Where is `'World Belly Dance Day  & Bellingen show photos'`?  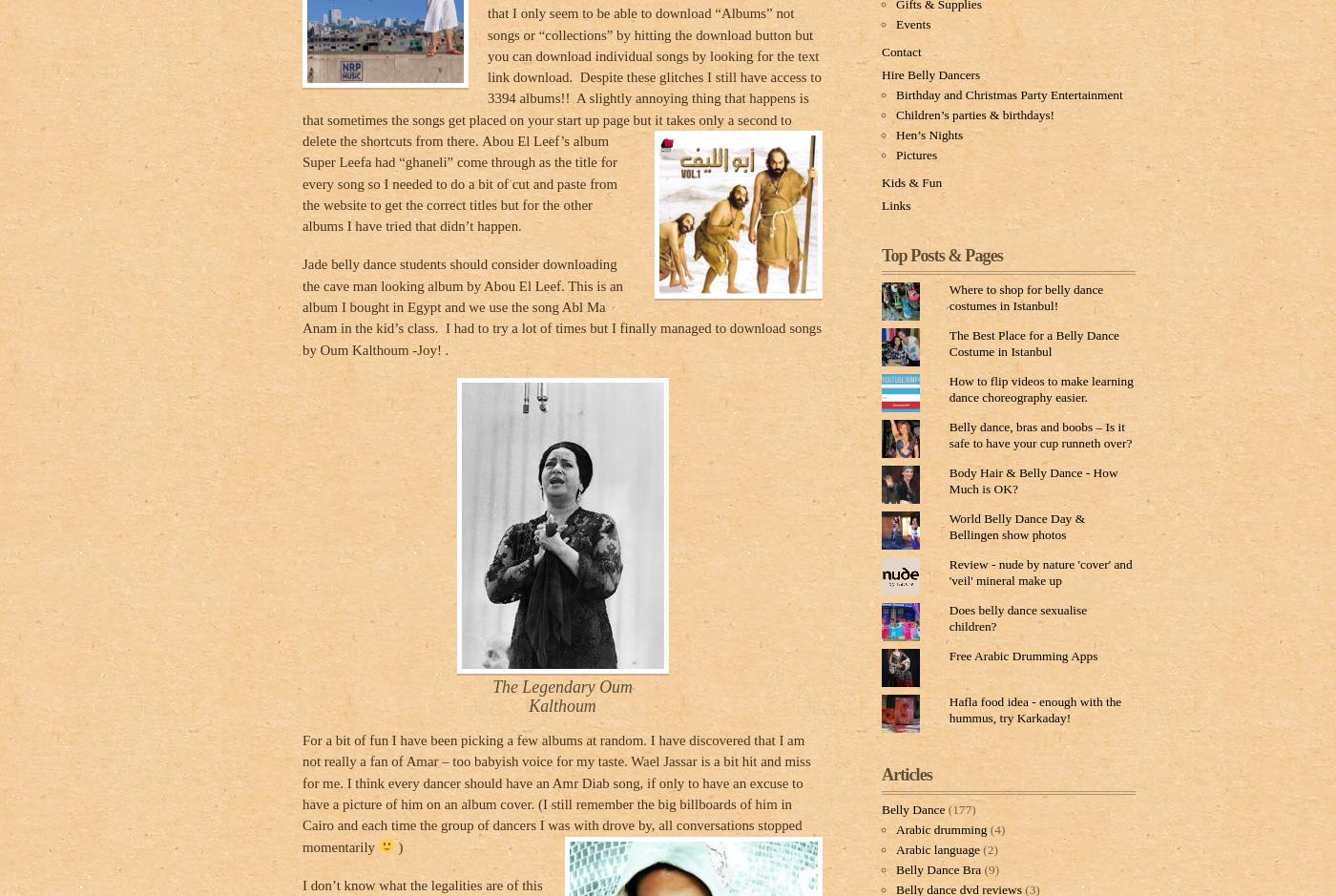
'World Belly Dance Day  & Bellingen show photos' is located at coordinates (949, 525).